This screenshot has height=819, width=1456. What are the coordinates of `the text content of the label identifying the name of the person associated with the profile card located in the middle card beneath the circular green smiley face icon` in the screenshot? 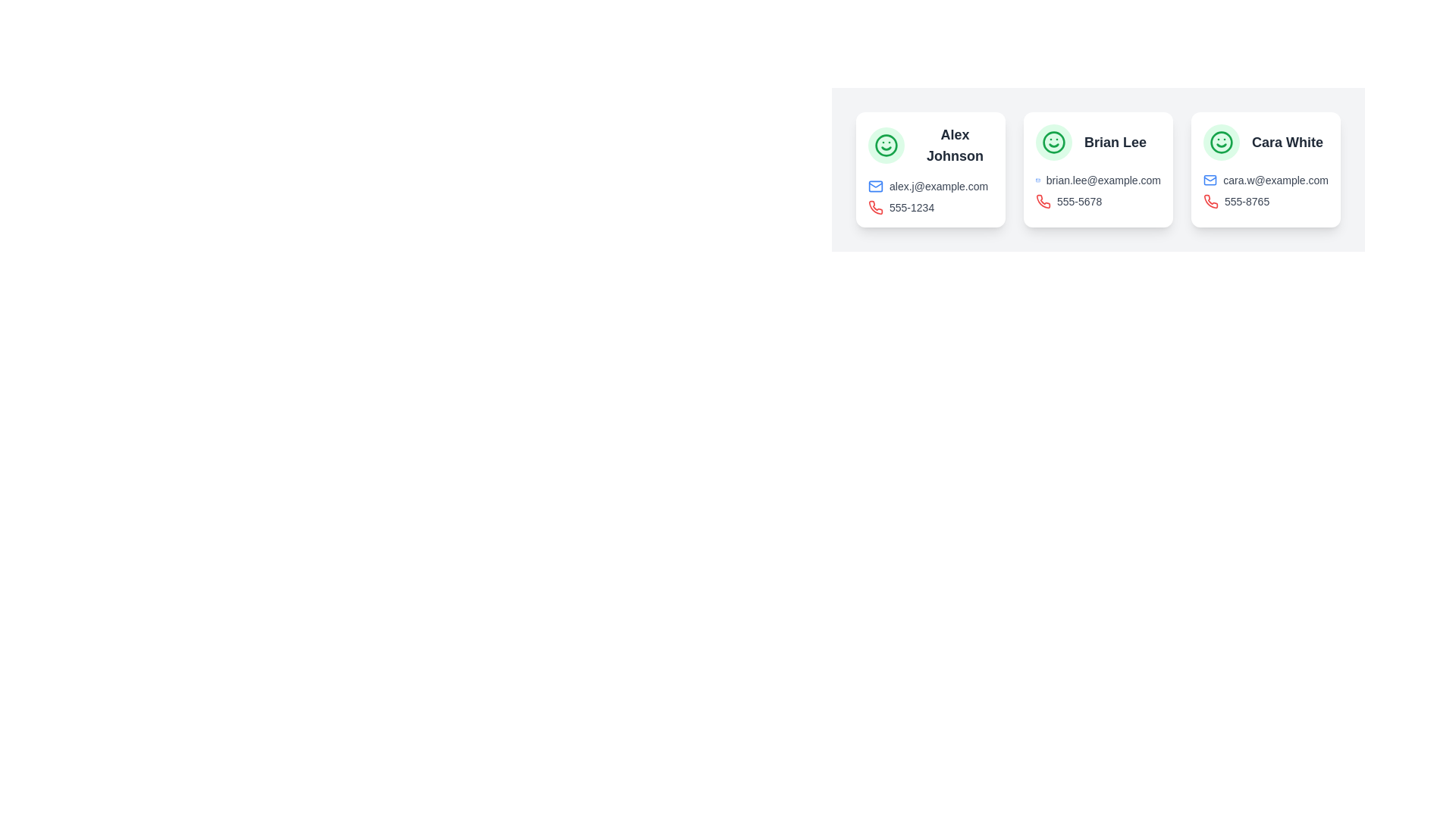 It's located at (1116, 143).